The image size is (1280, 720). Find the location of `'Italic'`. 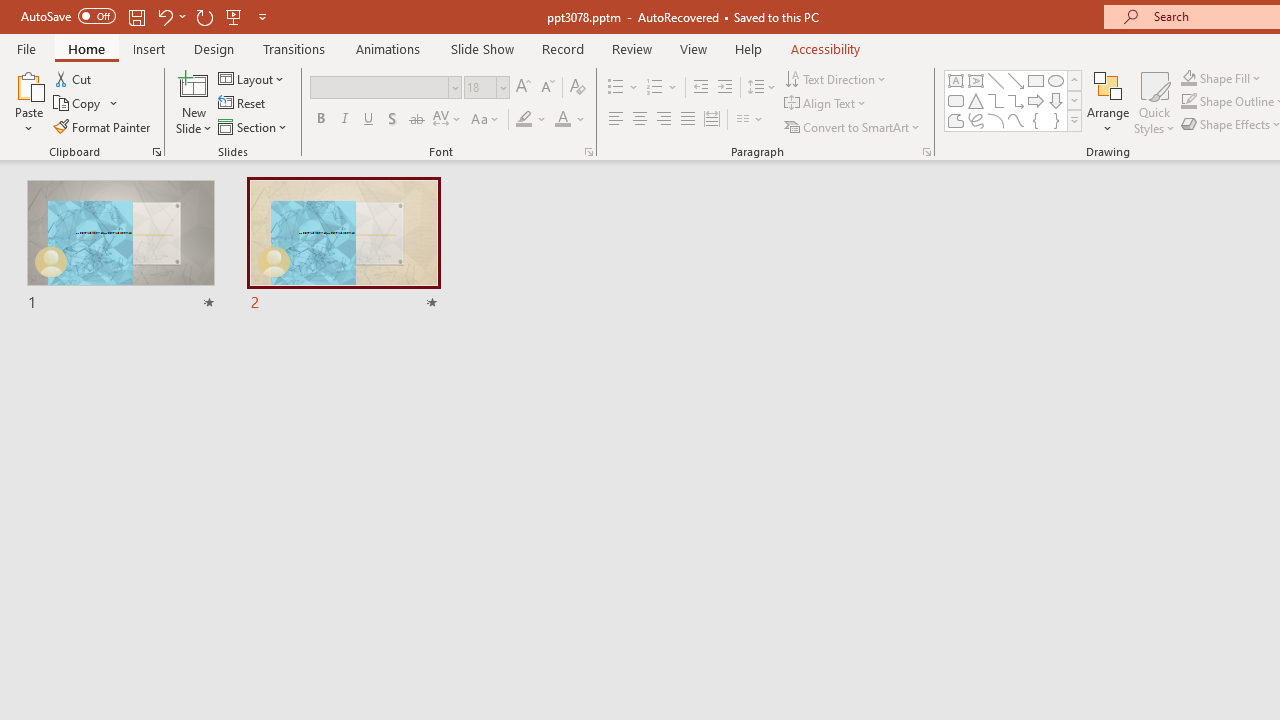

'Italic' is located at coordinates (344, 119).